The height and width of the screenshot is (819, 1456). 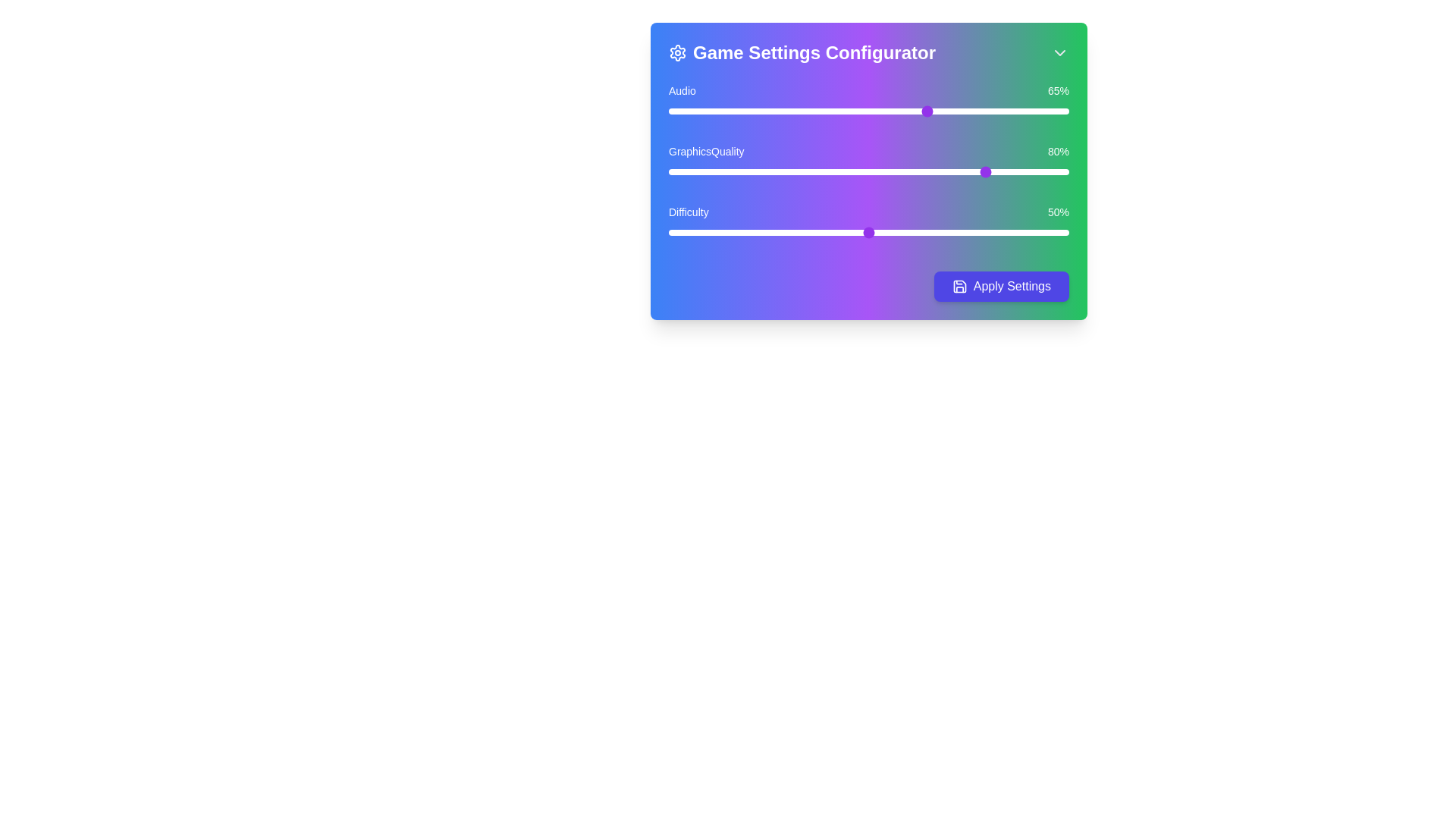 What do you see at coordinates (869, 233) in the screenshot?
I see `the slider for adjusting the 'Difficulty' level, which currently displays '50%'` at bounding box center [869, 233].